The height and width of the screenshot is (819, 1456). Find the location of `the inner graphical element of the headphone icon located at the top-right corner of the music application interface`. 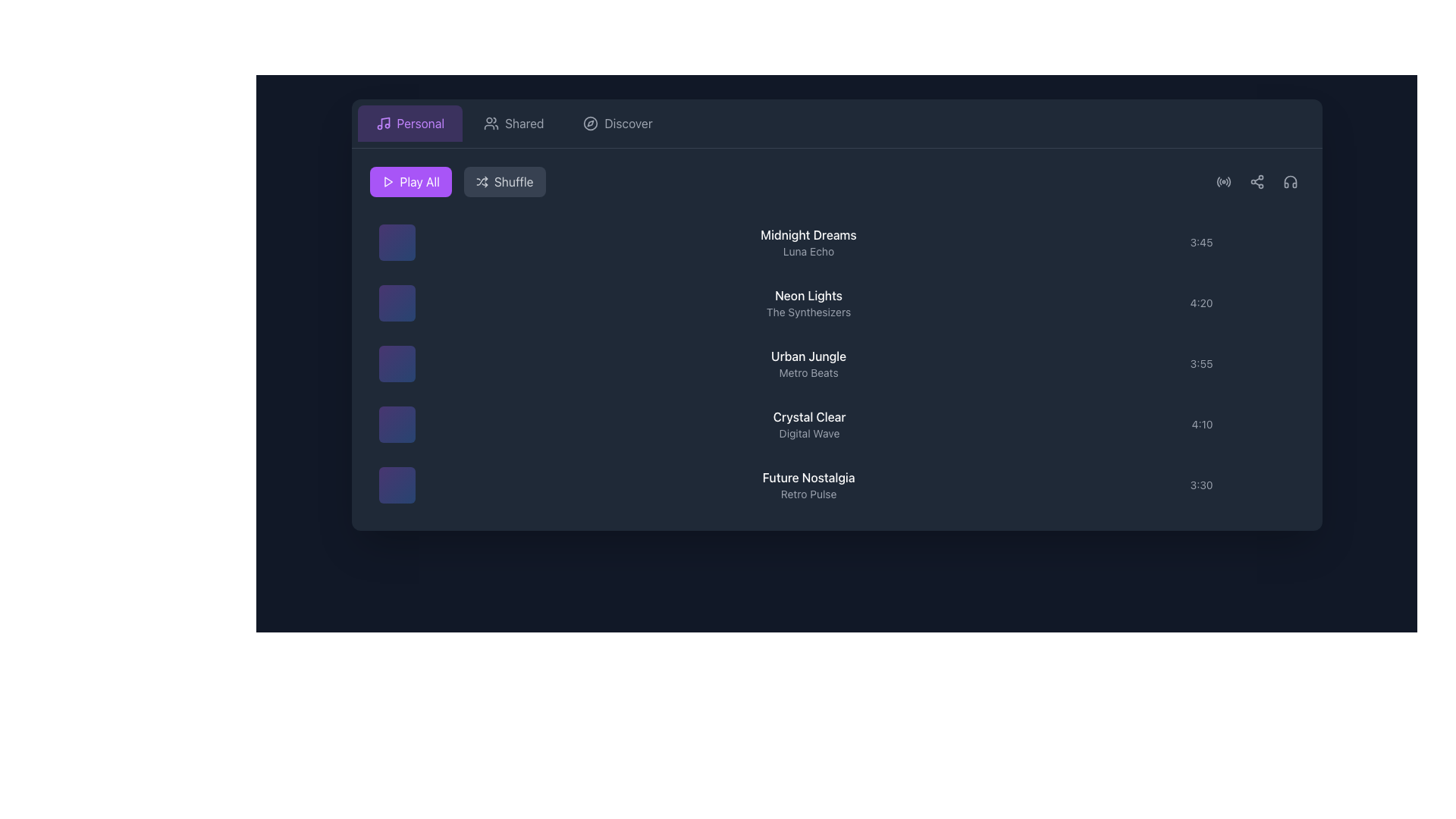

the inner graphical element of the headphone icon located at the top-right corner of the music application interface is located at coordinates (1289, 180).